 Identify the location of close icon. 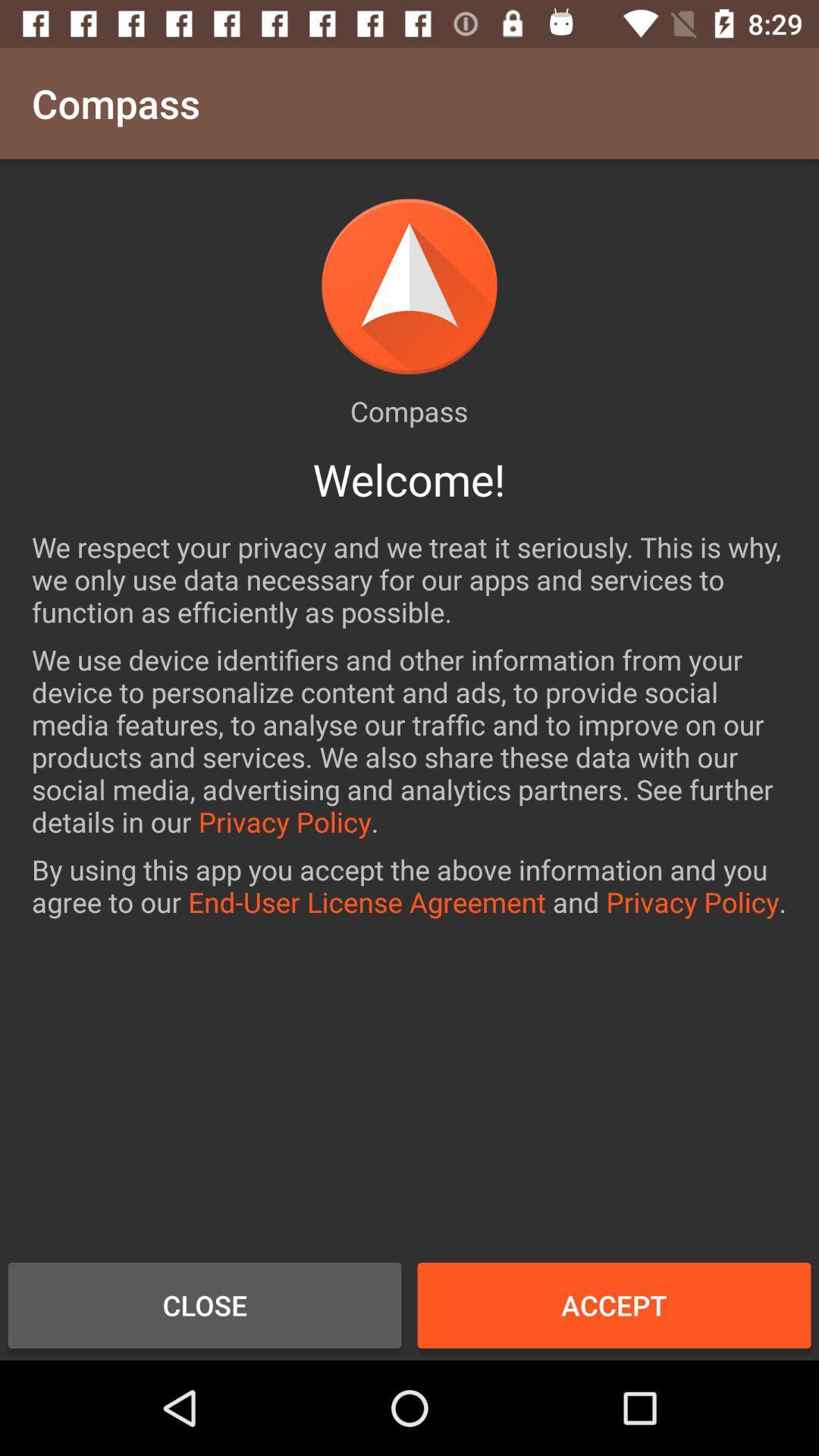
(205, 1304).